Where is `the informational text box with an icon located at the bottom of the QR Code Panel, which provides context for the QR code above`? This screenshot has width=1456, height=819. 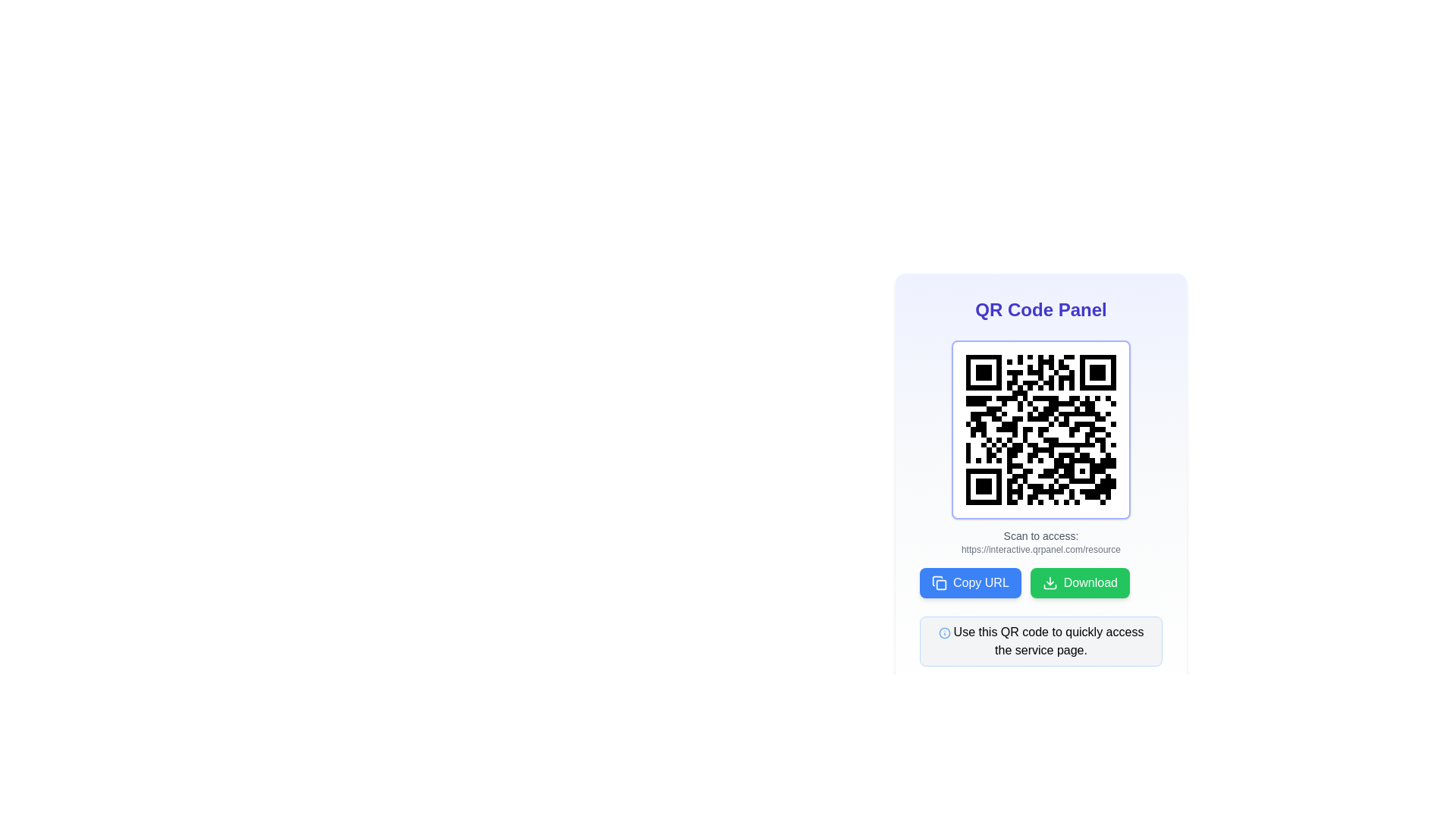
the informational text box with an icon located at the bottom of the QR Code Panel, which provides context for the QR code above is located at coordinates (1040, 641).